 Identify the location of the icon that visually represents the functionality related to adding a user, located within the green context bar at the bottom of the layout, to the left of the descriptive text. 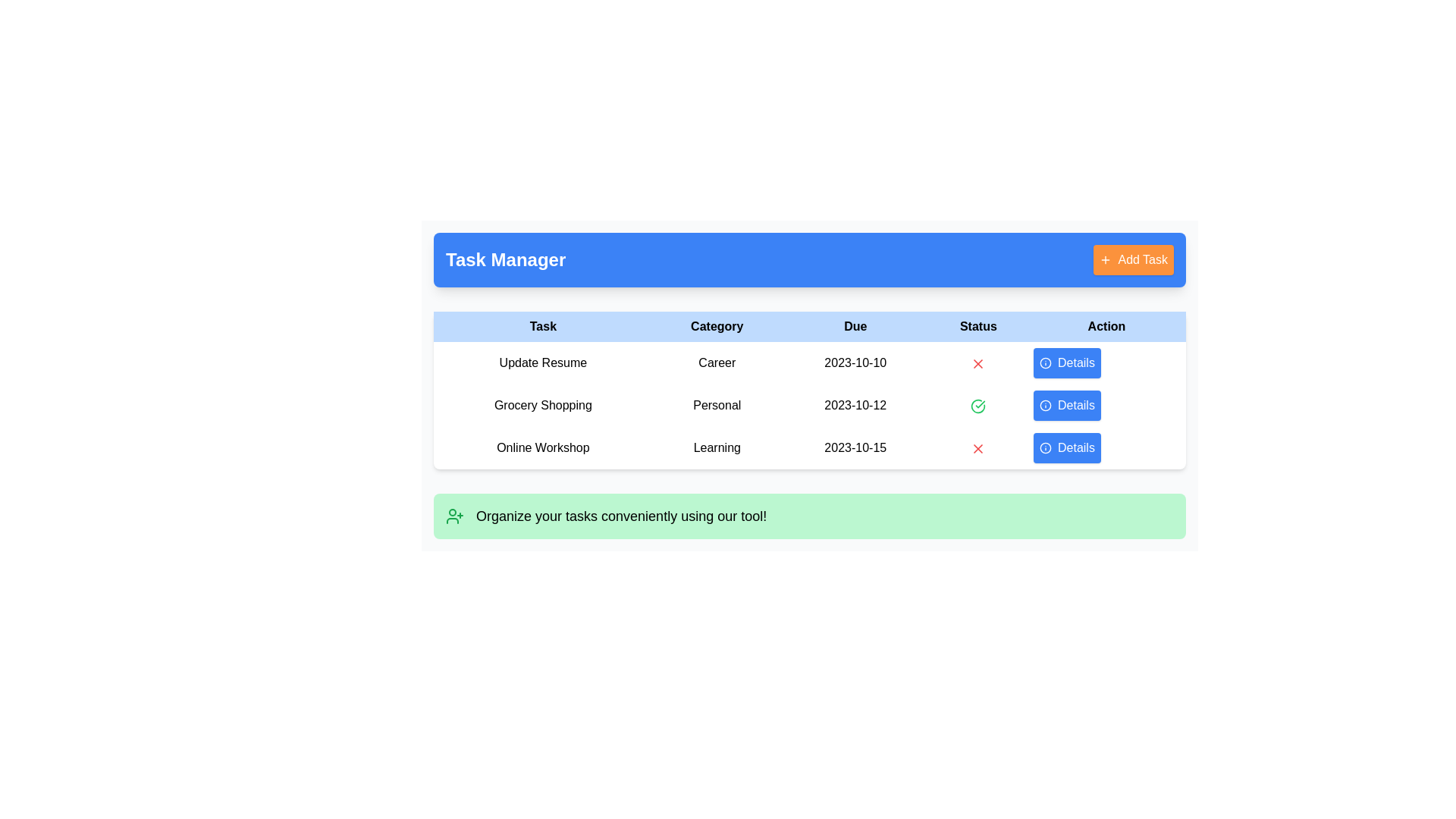
(454, 516).